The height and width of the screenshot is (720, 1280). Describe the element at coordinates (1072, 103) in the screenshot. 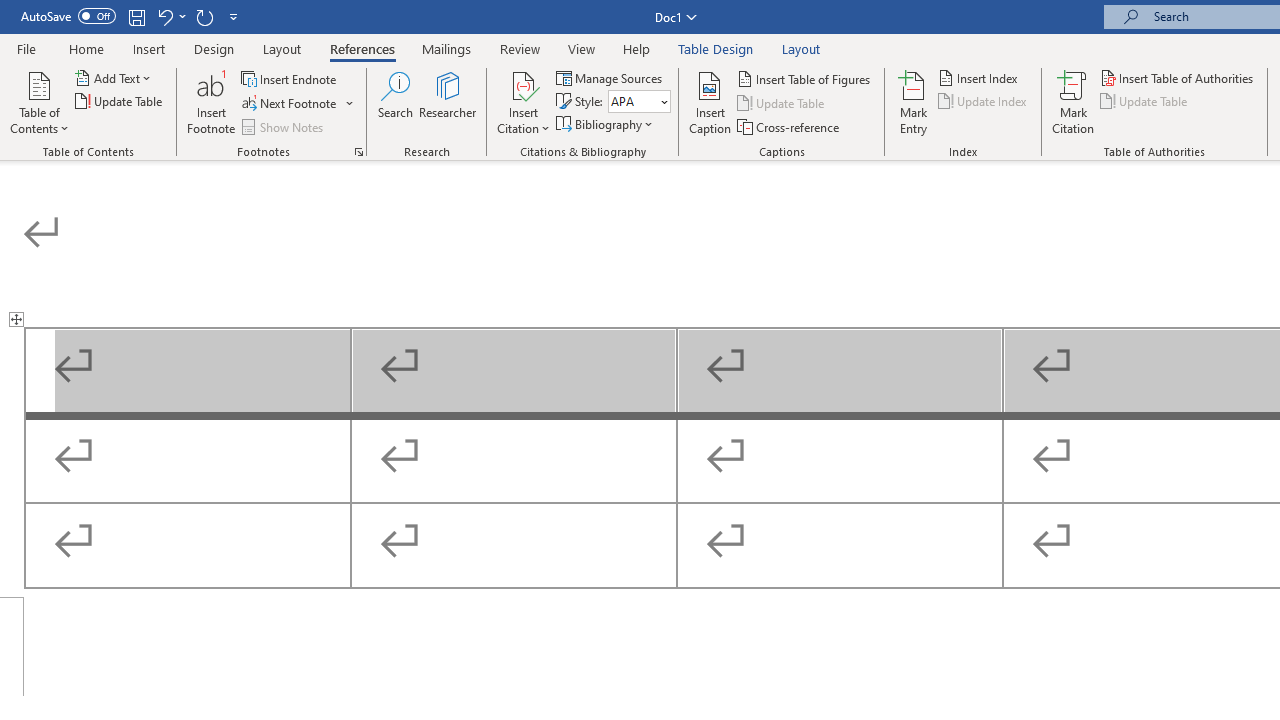

I see `'Mark Citation...'` at that location.